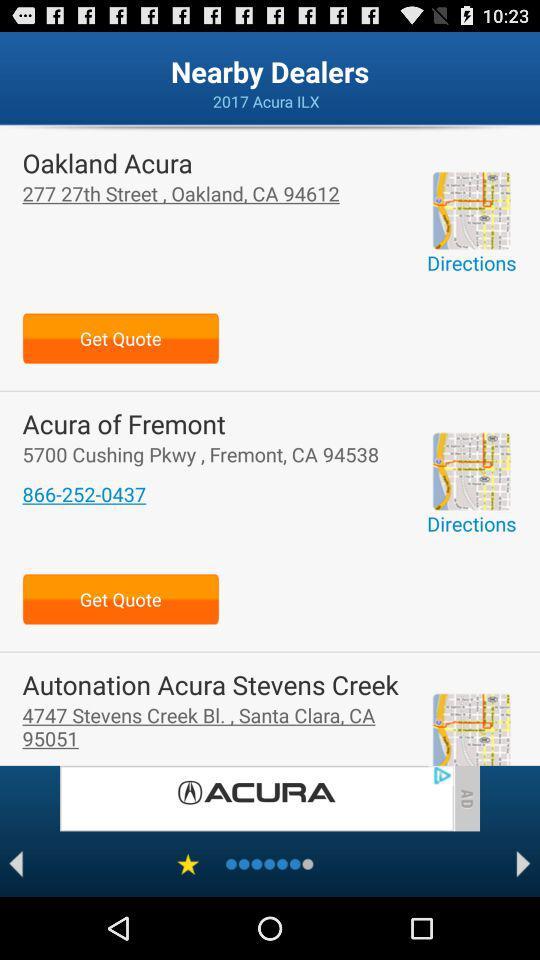 Image resolution: width=540 pixels, height=960 pixels. I want to click on map, so click(471, 210).